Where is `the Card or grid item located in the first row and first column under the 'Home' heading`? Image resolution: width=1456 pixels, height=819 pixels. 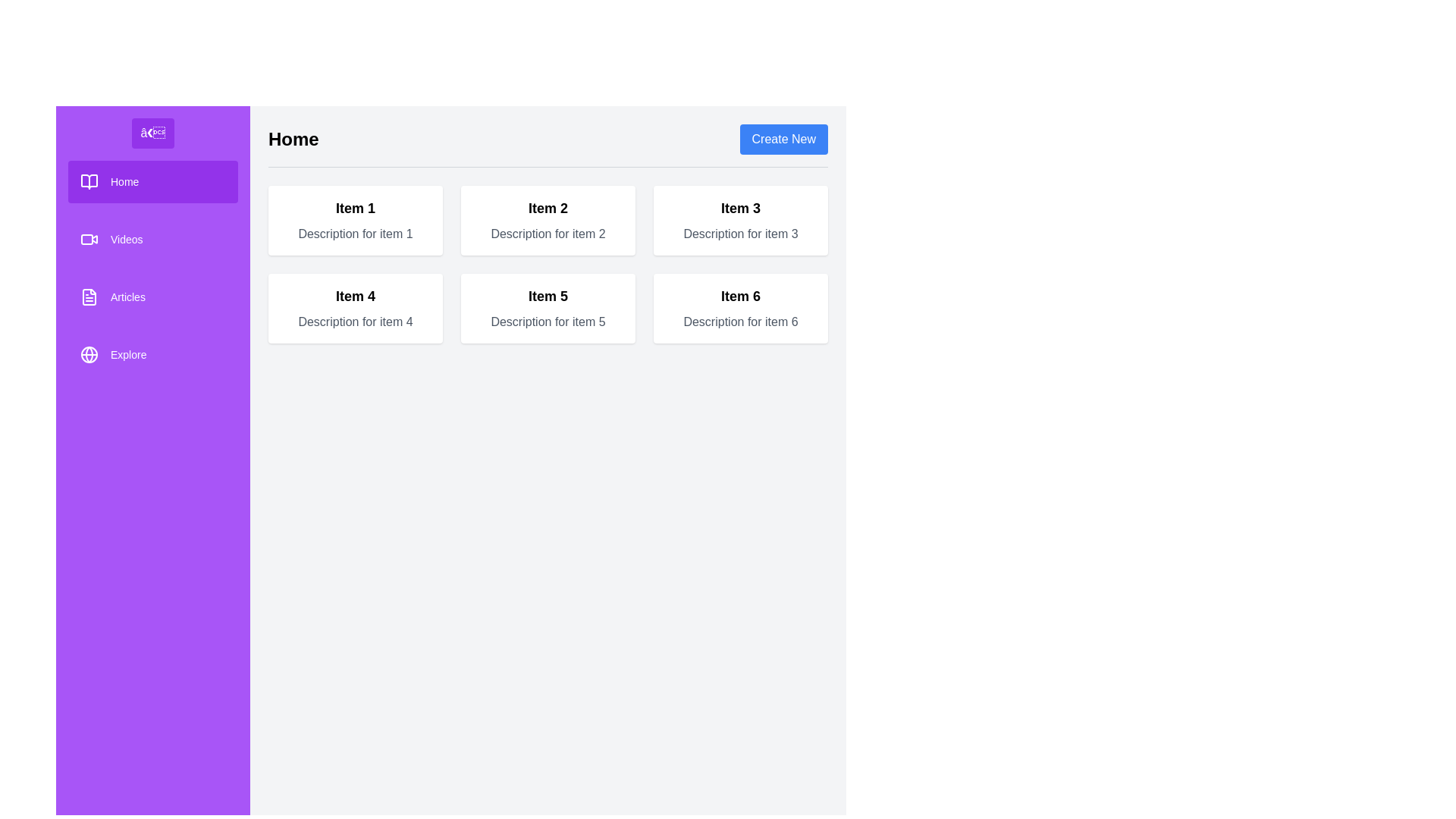 the Card or grid item located in the first row and first column under the 'Home' heading is located at coordinates (355, 220).